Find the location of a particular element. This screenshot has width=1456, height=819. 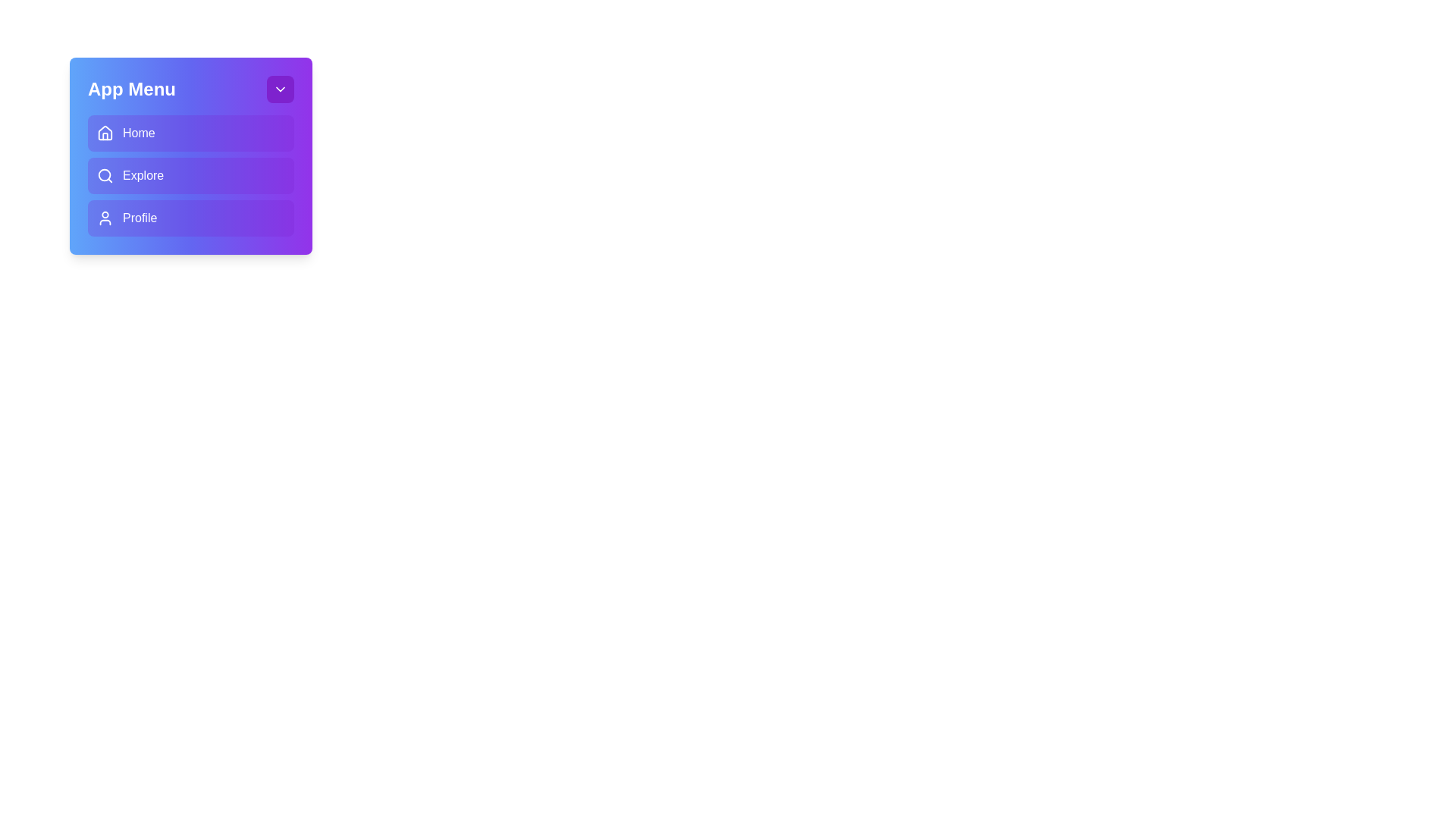

the downward-pointing chevron icon located at the top-right corner of the purple rounded square button within the 'App Menu' card is located at coordinates (280, 89).